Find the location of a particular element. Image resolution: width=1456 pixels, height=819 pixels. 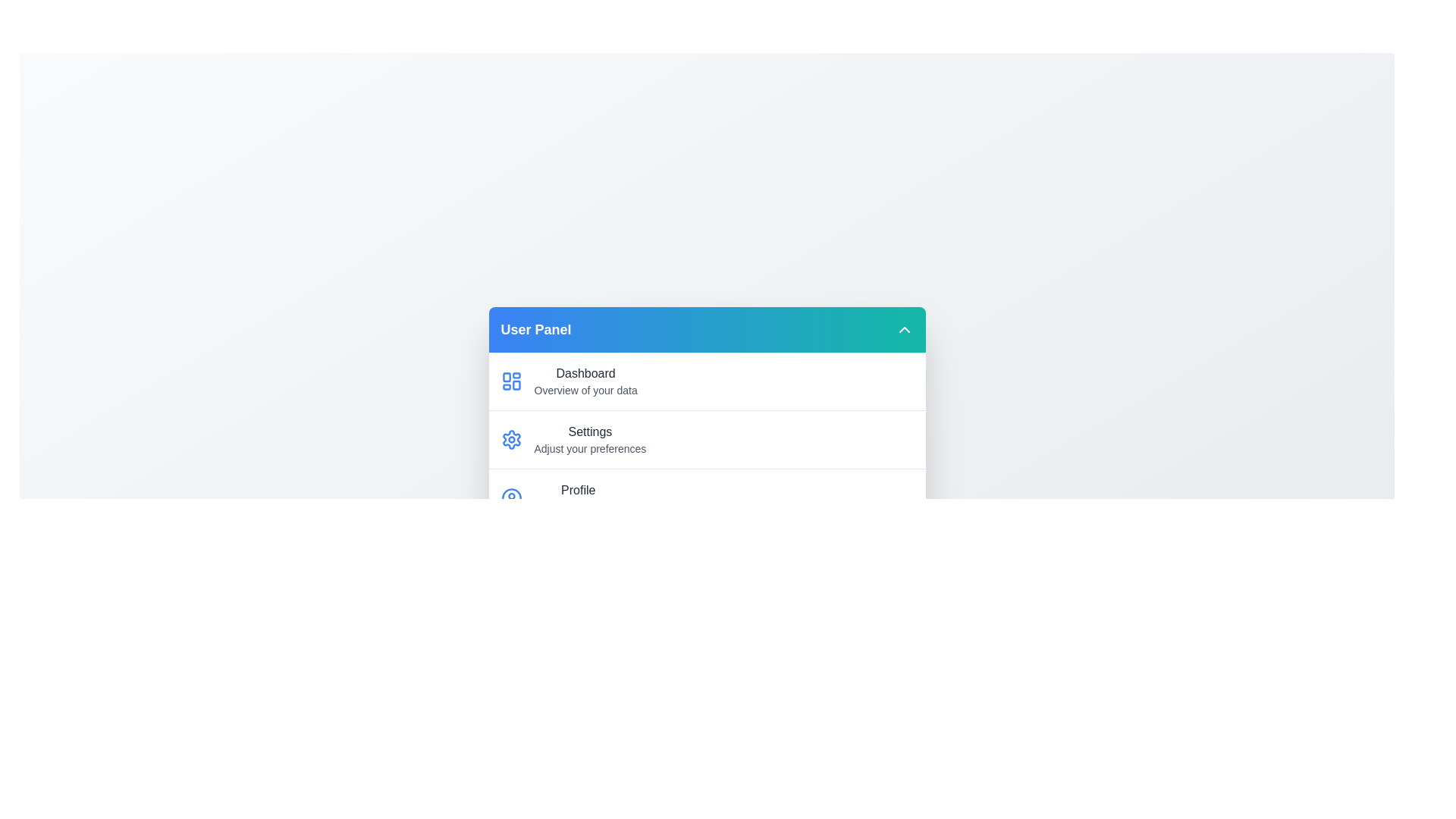

the menu item Dashboard from the StylishDashboardMenu is located at coordinates (706, 380).